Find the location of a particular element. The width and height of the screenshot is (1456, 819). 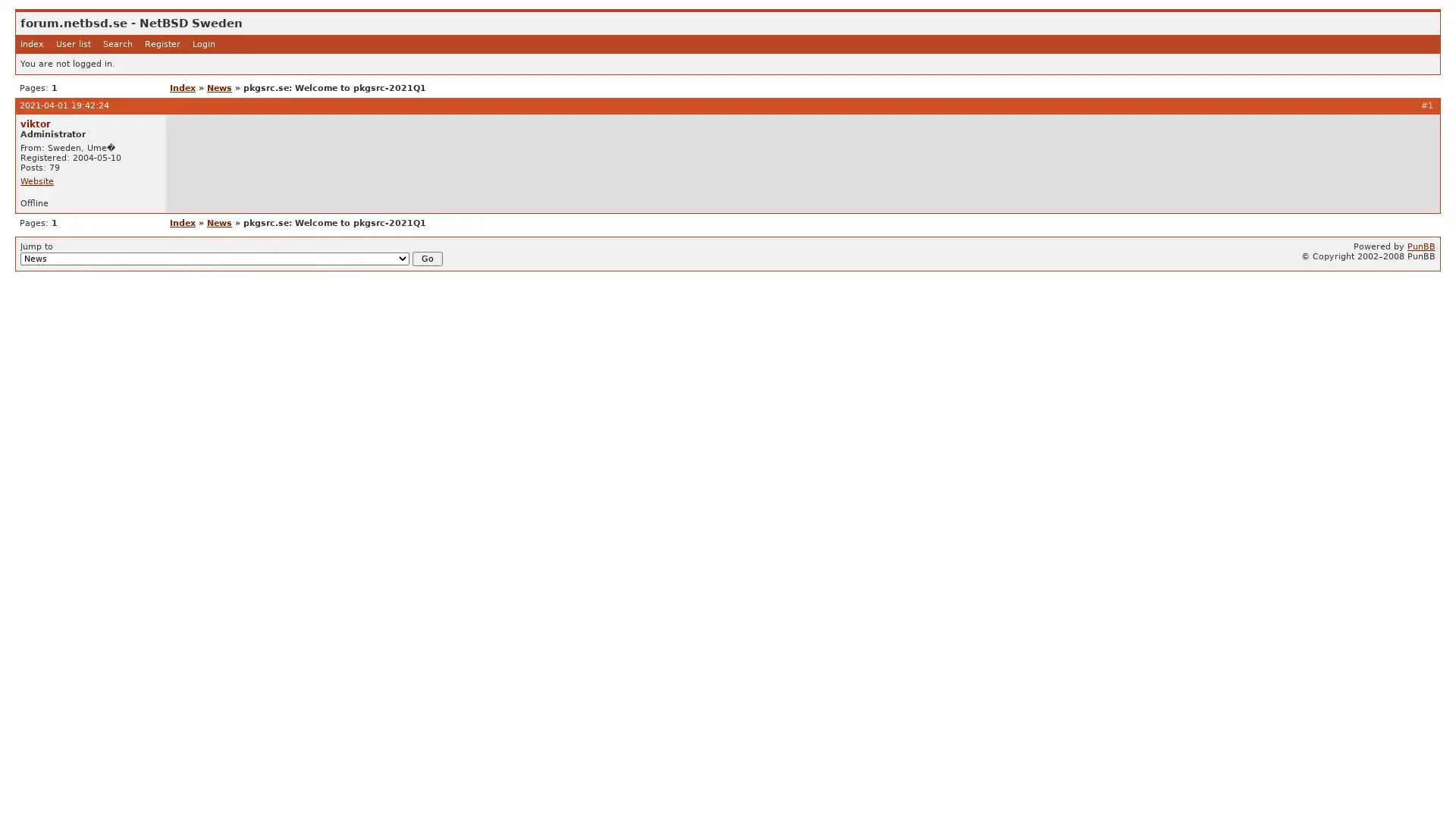

Go is located at coordinates (426, 258).